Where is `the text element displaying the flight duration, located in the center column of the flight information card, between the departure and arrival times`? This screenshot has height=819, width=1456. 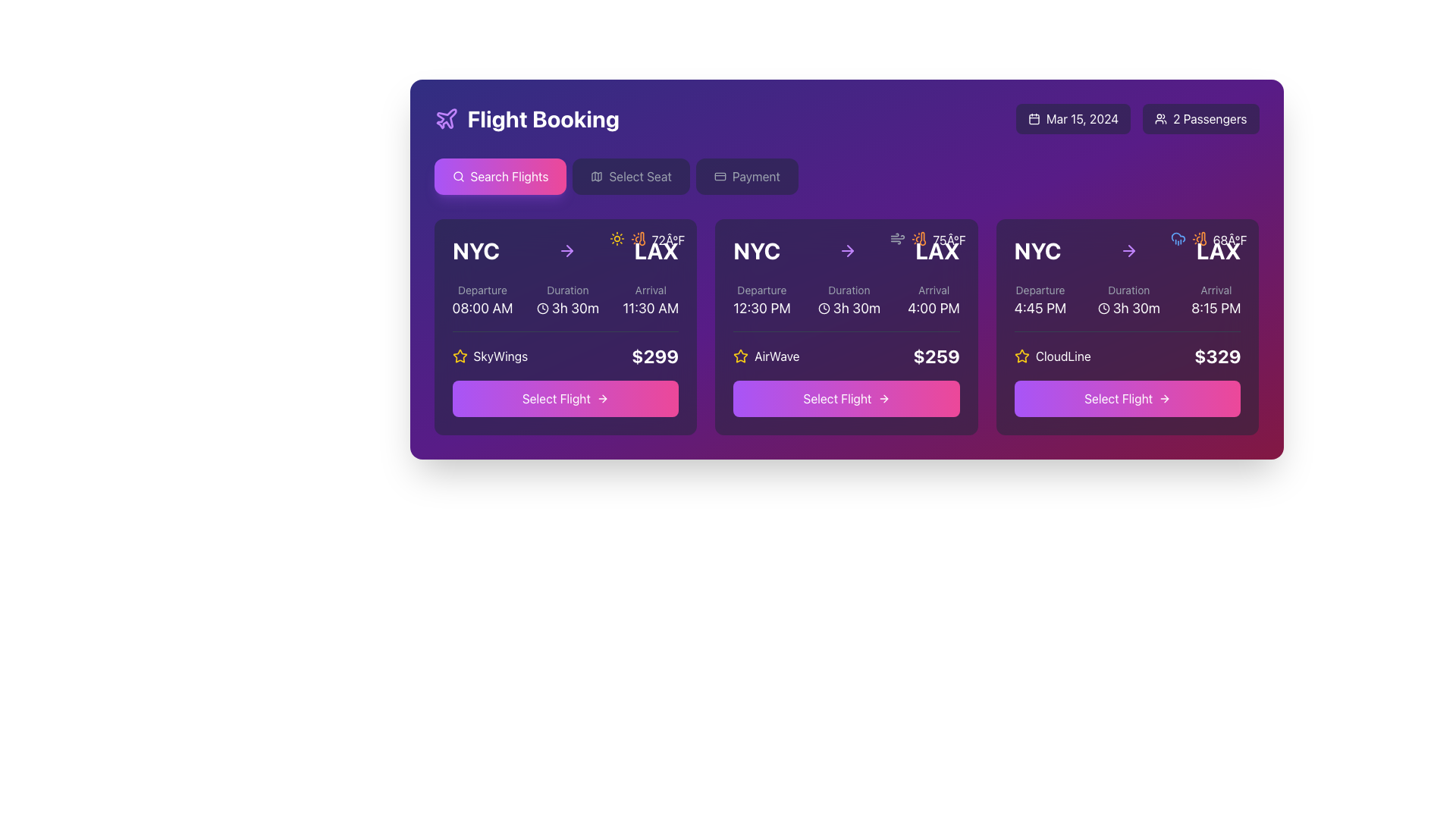
the text element displaying the flight duration, located in the center column of the flight information card, between the departure and arrival times is located at coordinates (848, 301).